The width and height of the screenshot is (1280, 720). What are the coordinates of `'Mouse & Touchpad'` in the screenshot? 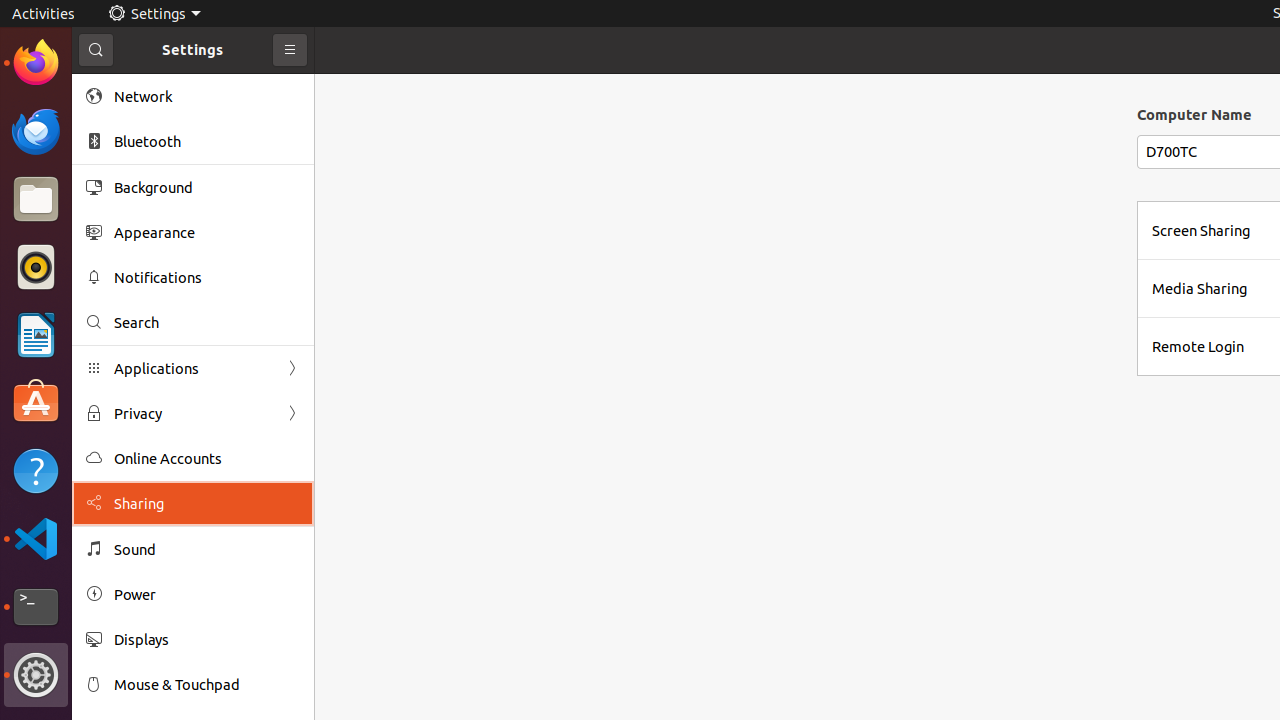 It's located at (206, 683).